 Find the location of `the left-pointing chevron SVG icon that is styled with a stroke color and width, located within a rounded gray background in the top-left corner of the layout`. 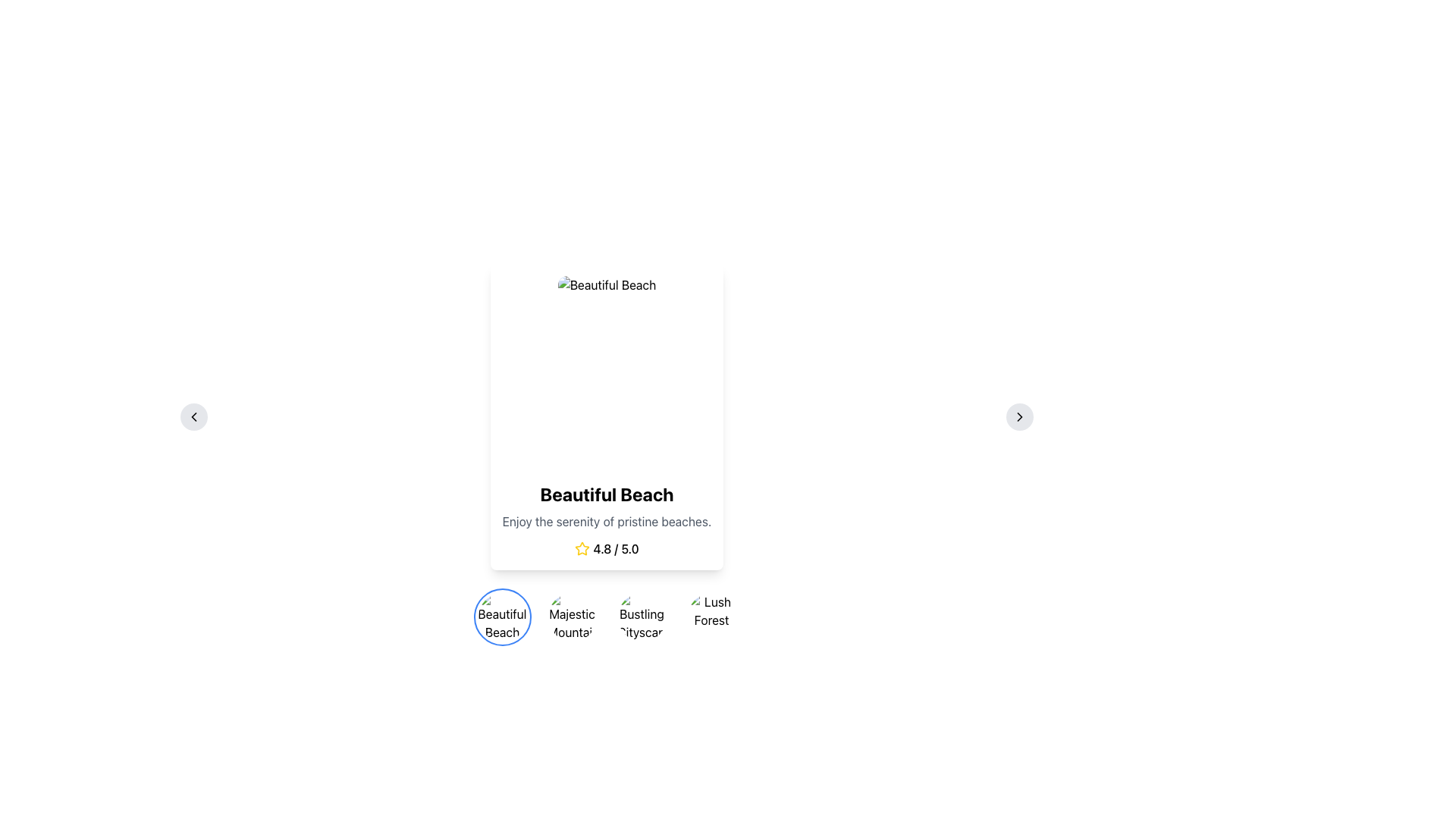

the left-pointing chevron SVG icon that is styled with a stroke color and width, located within a rounded gray background in the top-left corner of the layout is located at coordinates (193, 417).